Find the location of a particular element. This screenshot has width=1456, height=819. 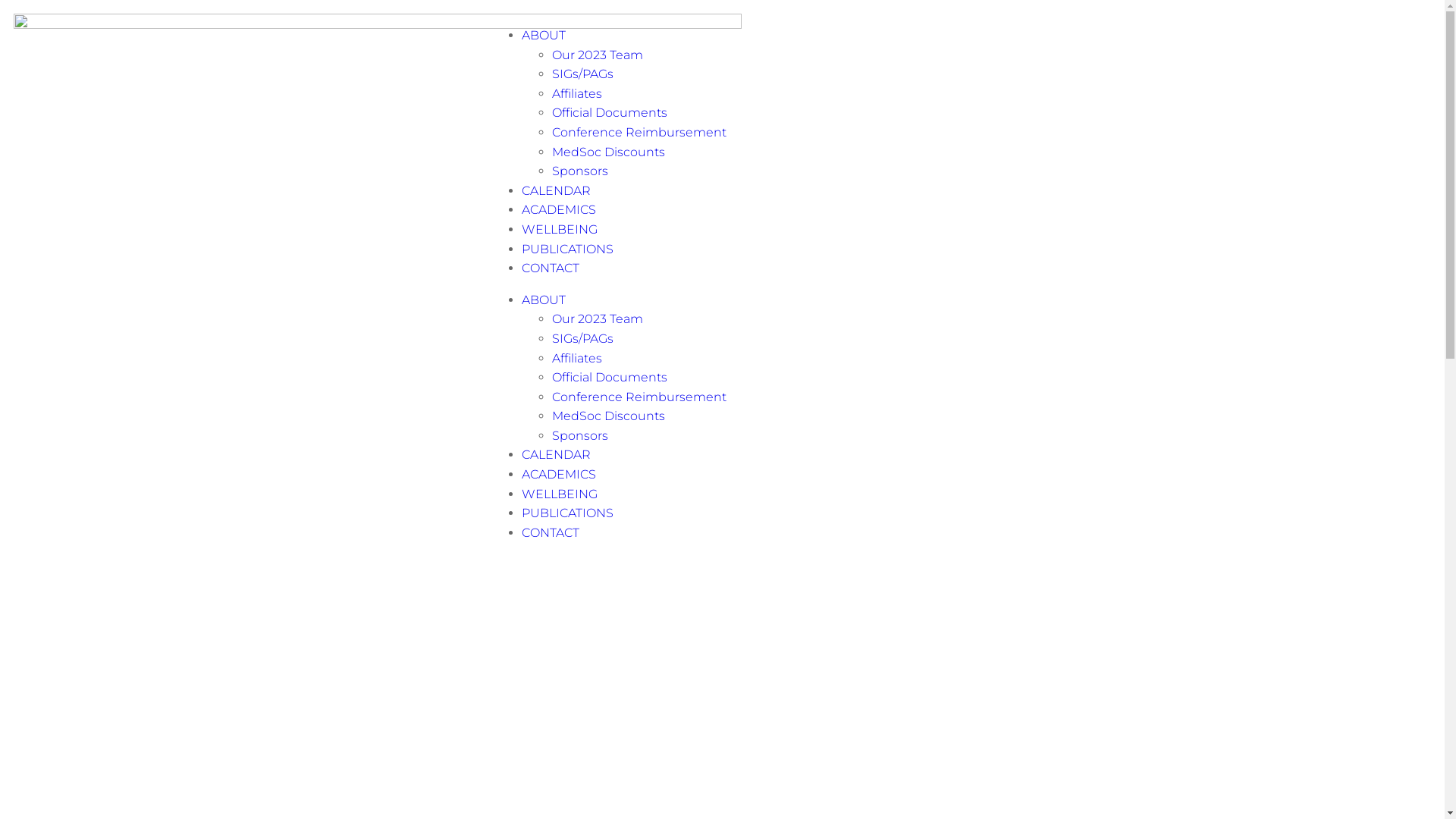

'ABOUT' is located at coordinates (543, 300).